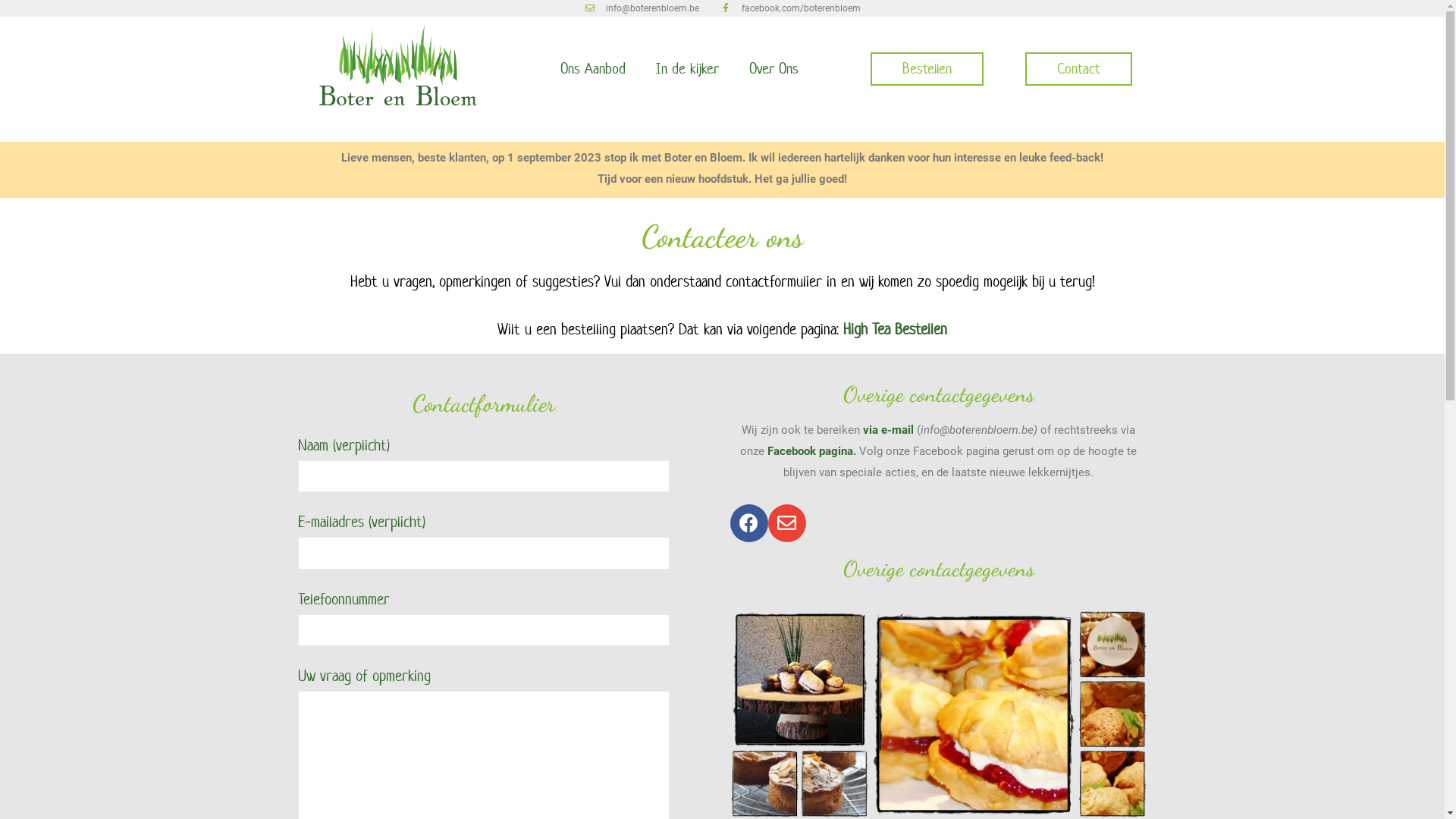 The image size is (1456, 819). I want to click on 'via e-mail', so click(888, 430).